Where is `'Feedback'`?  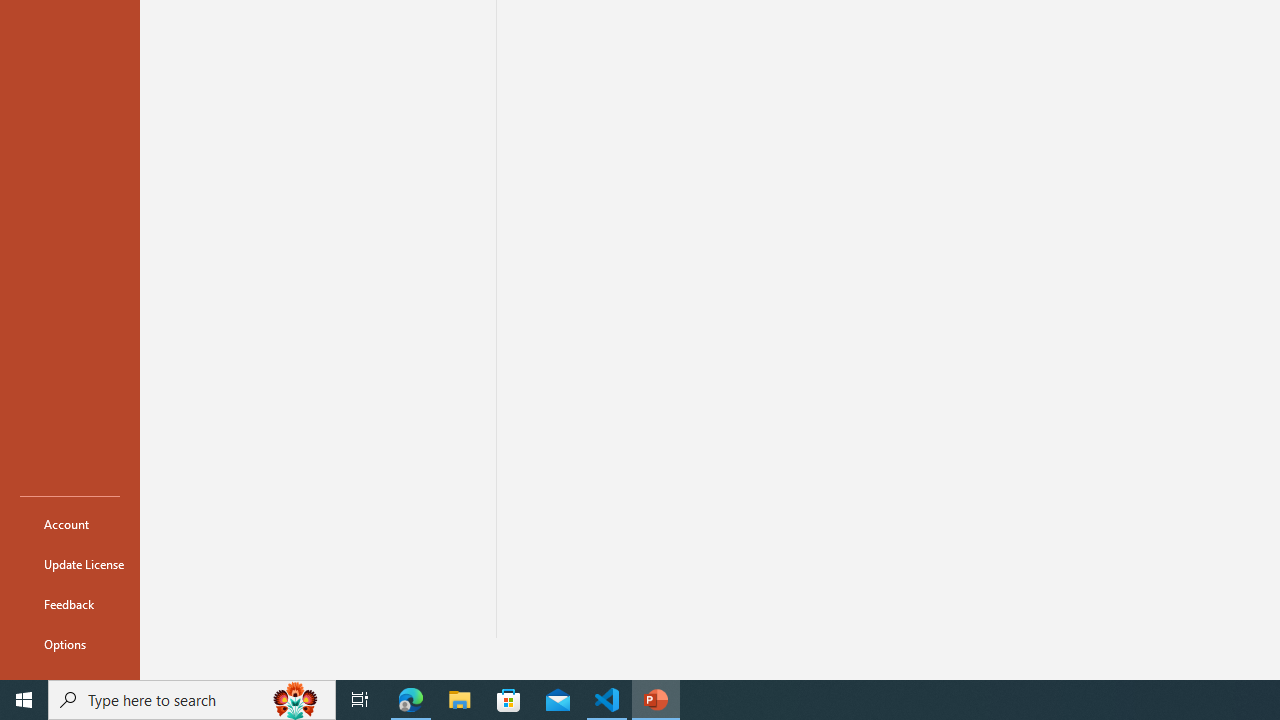 'Feedback' is located at coordinates (69, 603).